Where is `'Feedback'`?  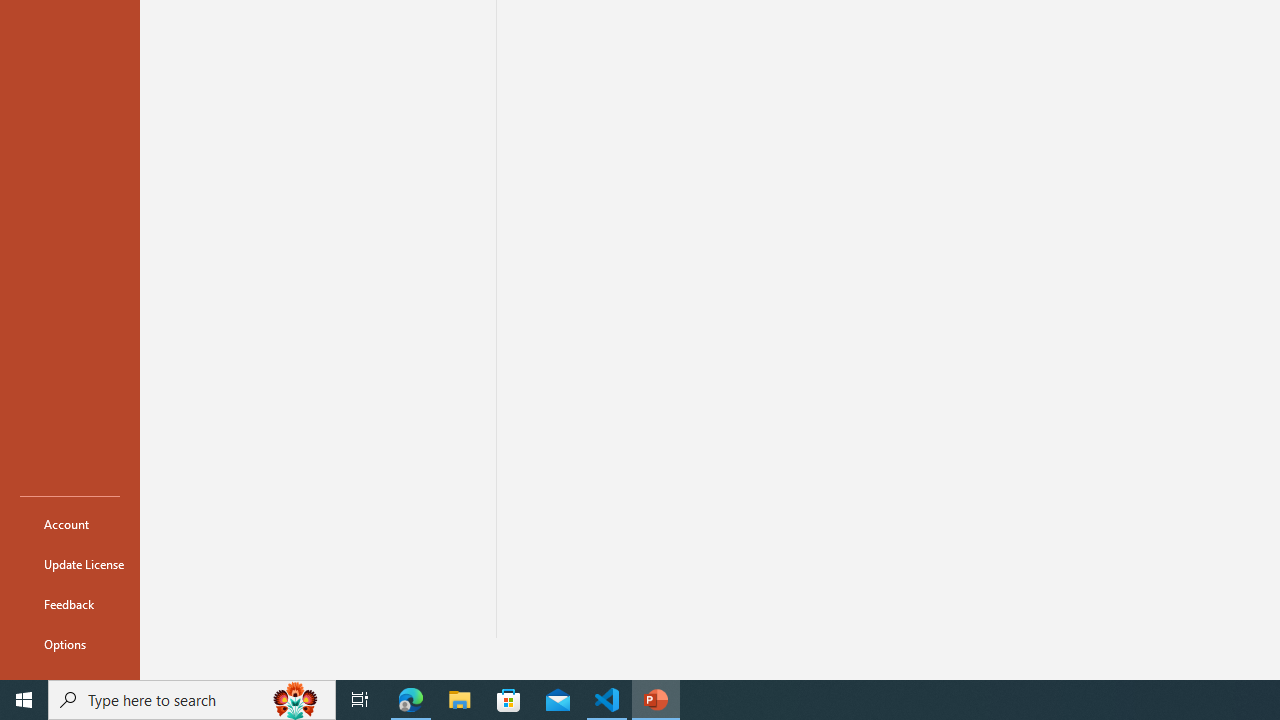 'Feedback' is located at coordinates (69, 603).